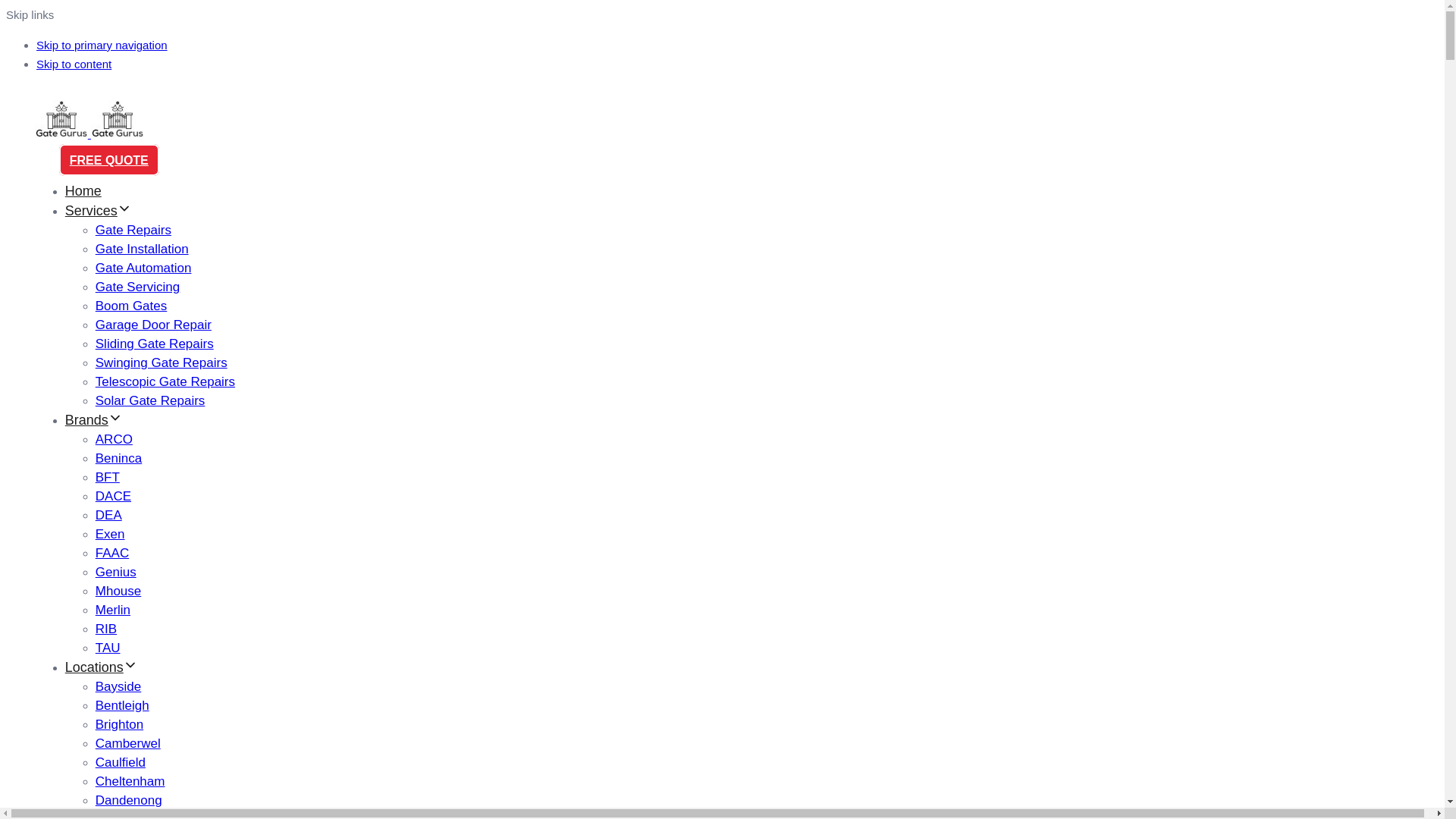 Image resolution: width=1456 pixels, height=819 pixels. I want to click on 'Telescopic Gate Repairs', so click(165, 381).